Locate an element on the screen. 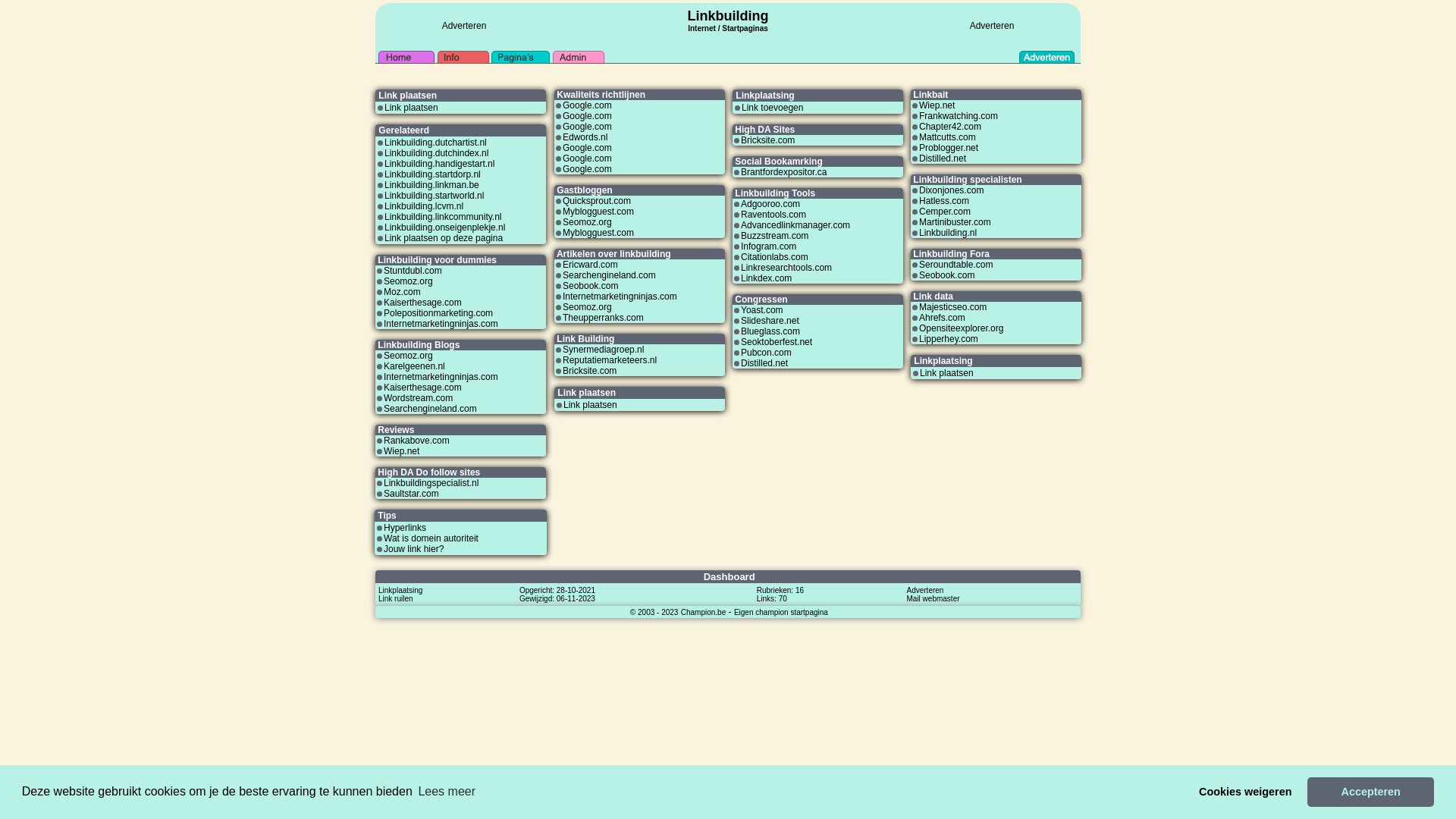 The image size is (1456, 819). 'Linkbuilding.lcvm.nl' is located at coordinates (423, 206).